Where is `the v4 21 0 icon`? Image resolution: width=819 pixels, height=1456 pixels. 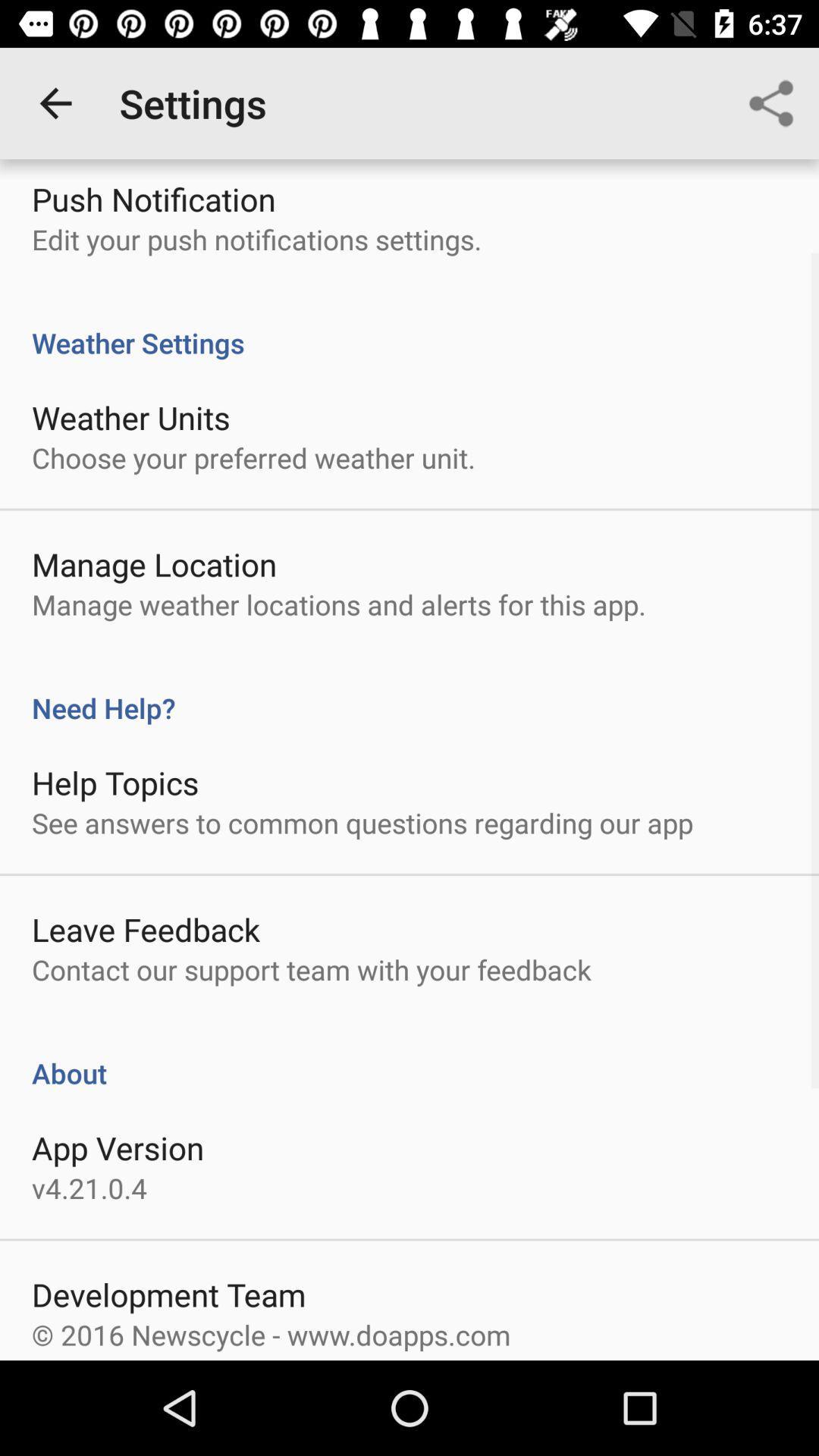 the v4 21 0 icon is located at coordinates (89, 1187).